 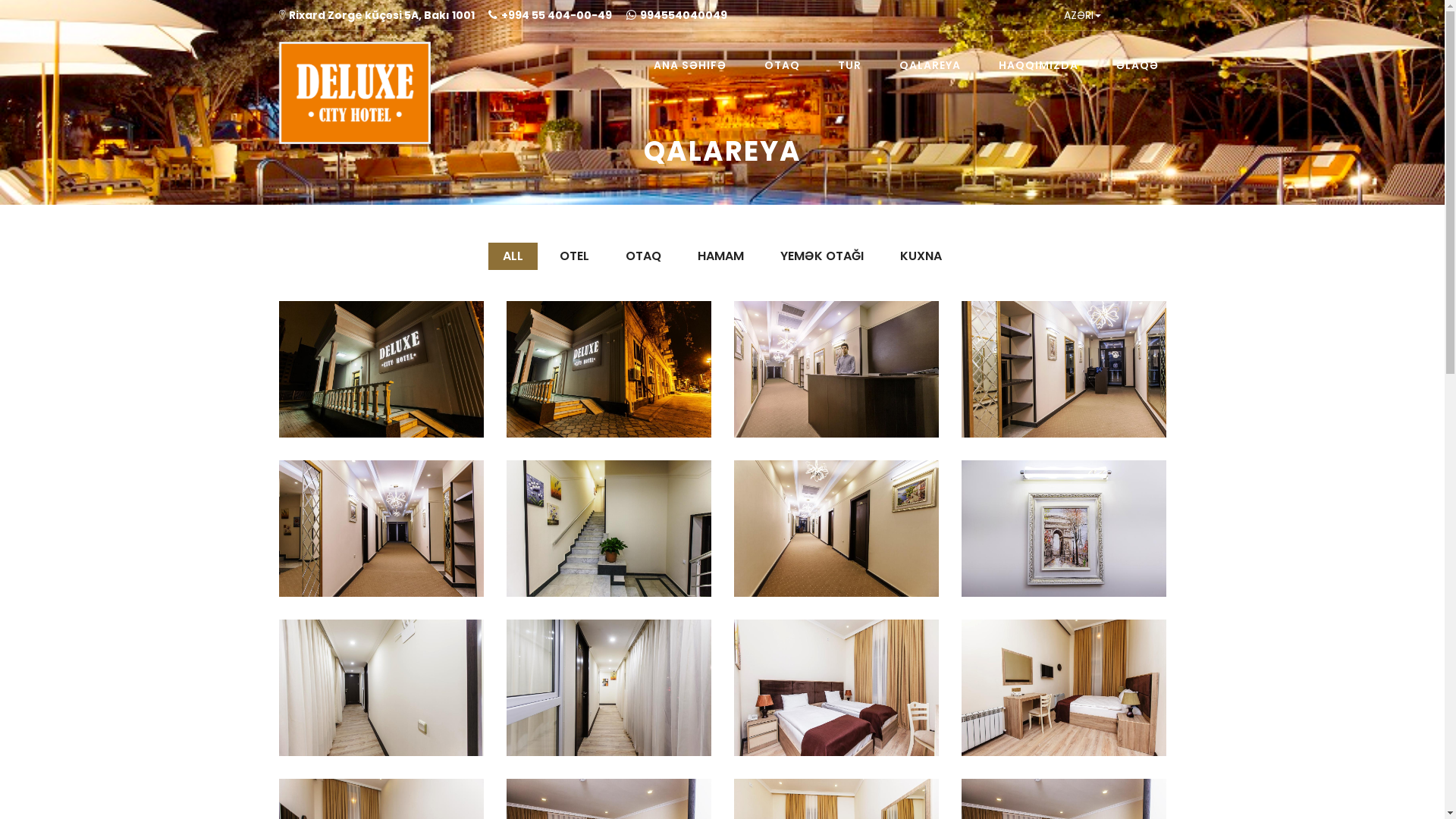 I want to click on 'Otaq', so click(x=836, y=687).